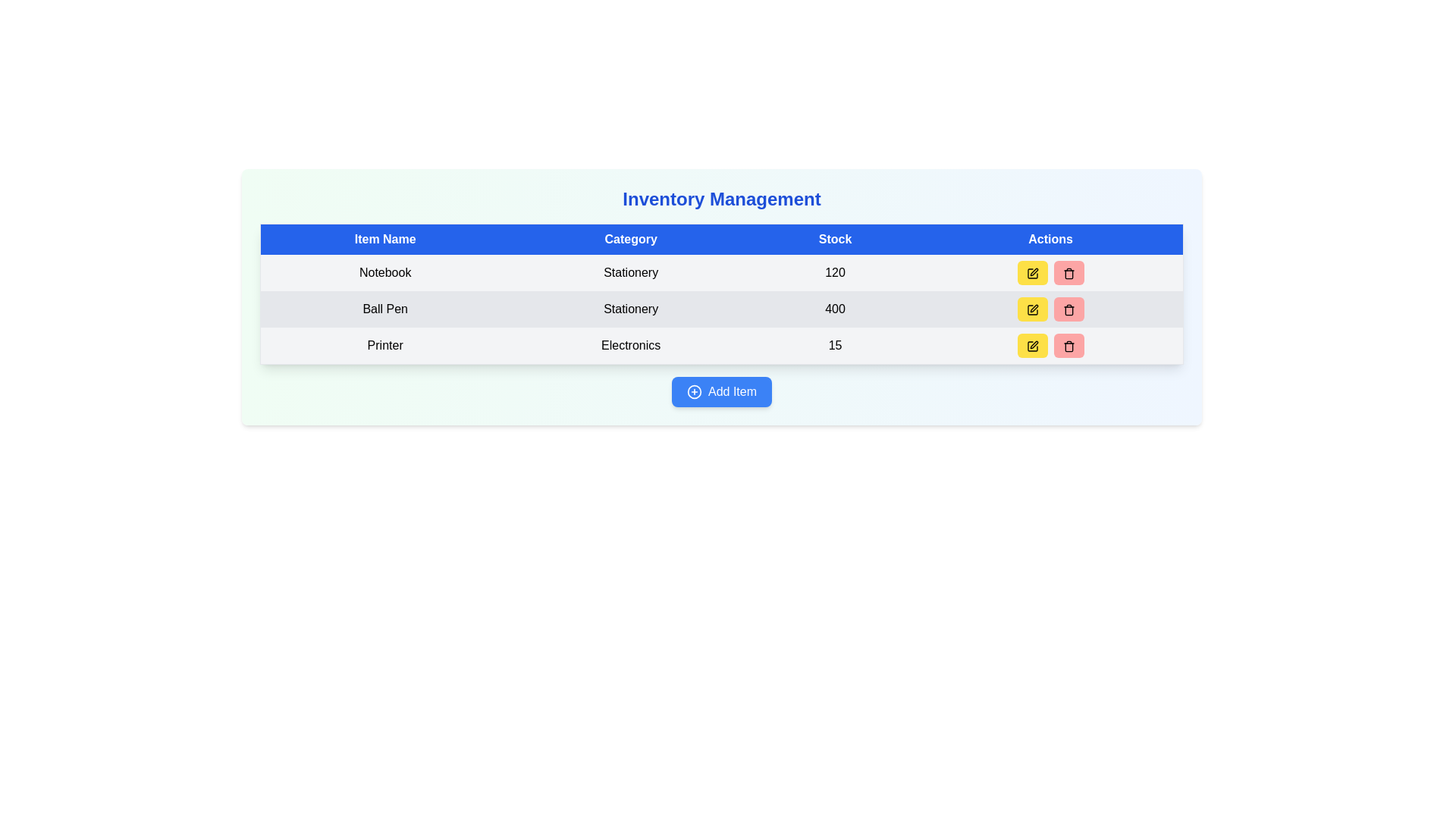 This screenshot has height=819, width=1456. What do you see at coordinates (694, 391) in the screenshot?
I see `the circular blue icon with a plus sign inside, part of the 'Add Item' button located below the main table` at bounding box center [694, 391].